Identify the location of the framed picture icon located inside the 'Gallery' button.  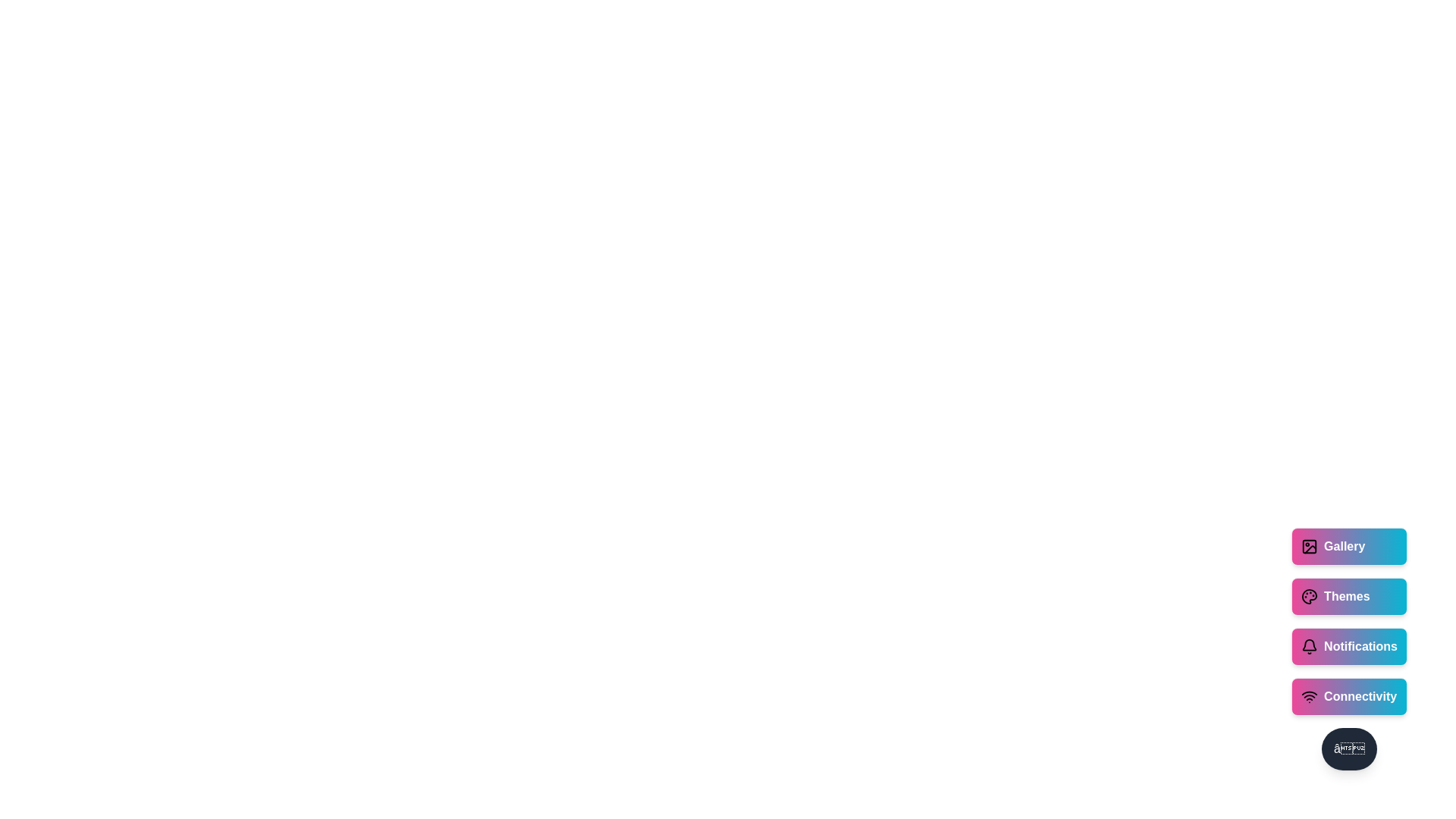
(1309, 547).